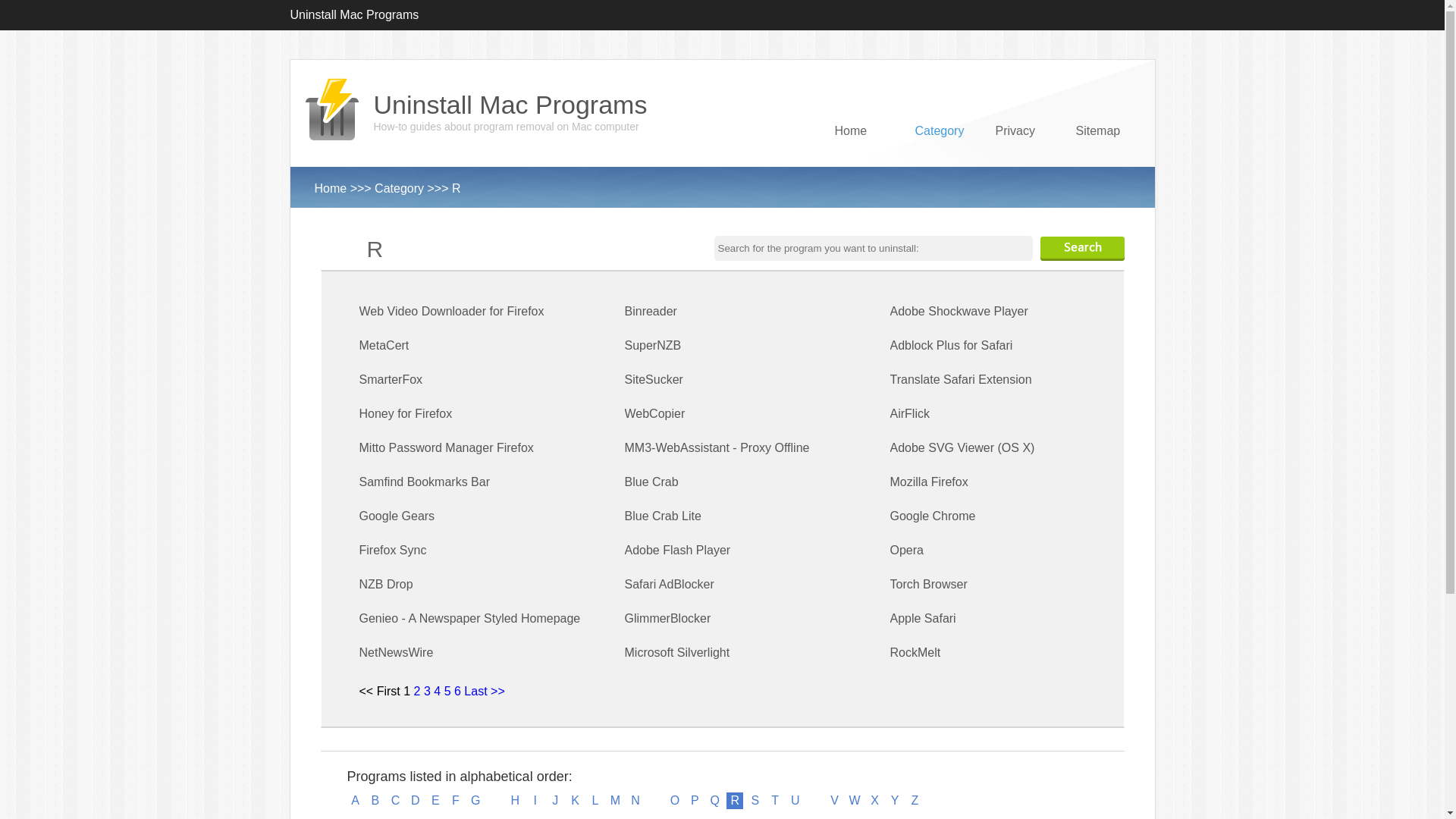  What do you see at coordinates (910, 413) in the screenshot?
I see `'AirFlick'` at bounding box center [910, 413].